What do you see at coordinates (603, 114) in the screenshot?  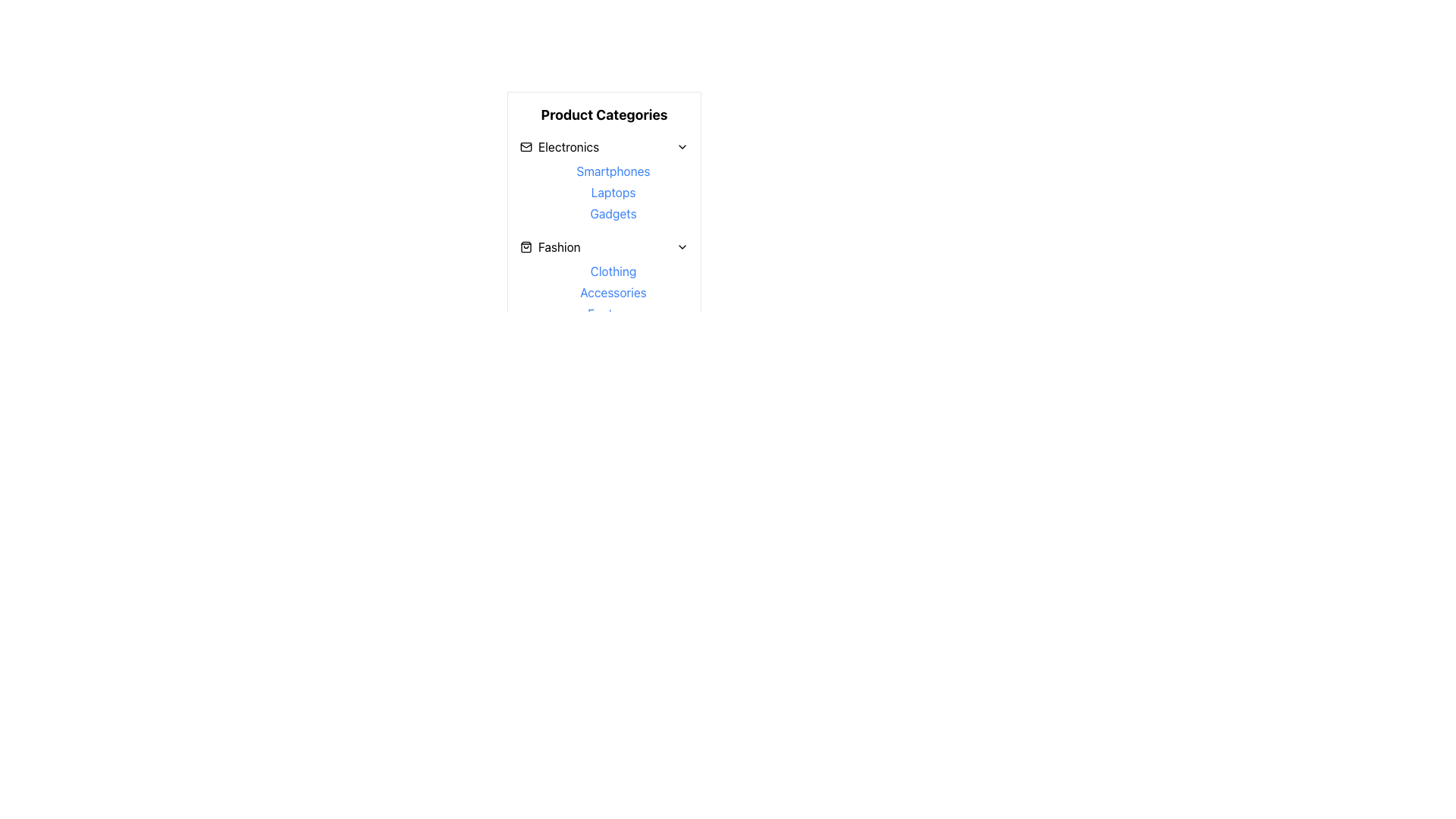 I see `the Text header element that indicates the content type of the section, which is located at the top of the vertical list structure containing product categories` at bounding box center [603, 114].